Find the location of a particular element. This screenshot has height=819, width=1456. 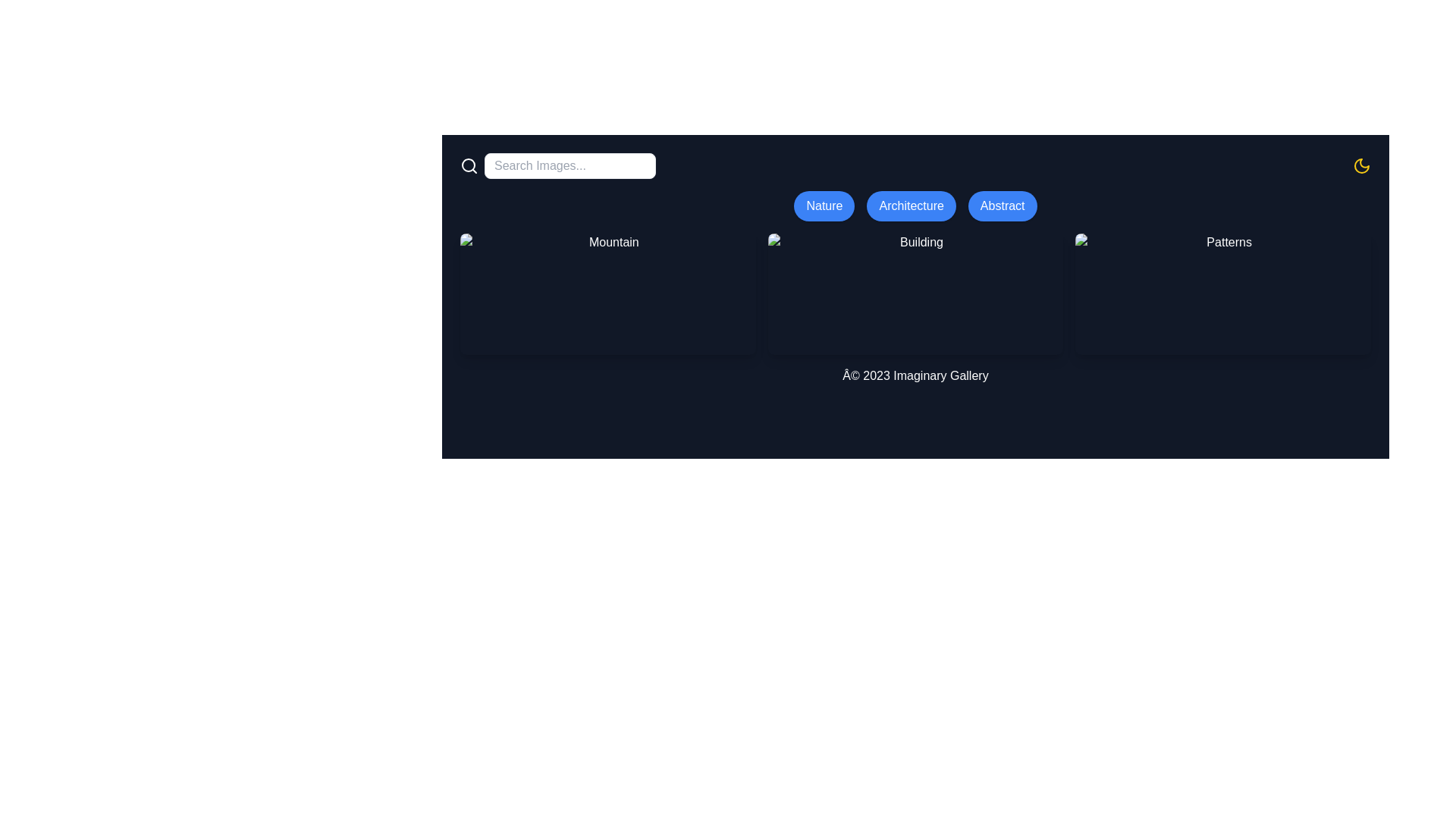

the text input field for searching images to focus on it is located at coordinates (570, 166).